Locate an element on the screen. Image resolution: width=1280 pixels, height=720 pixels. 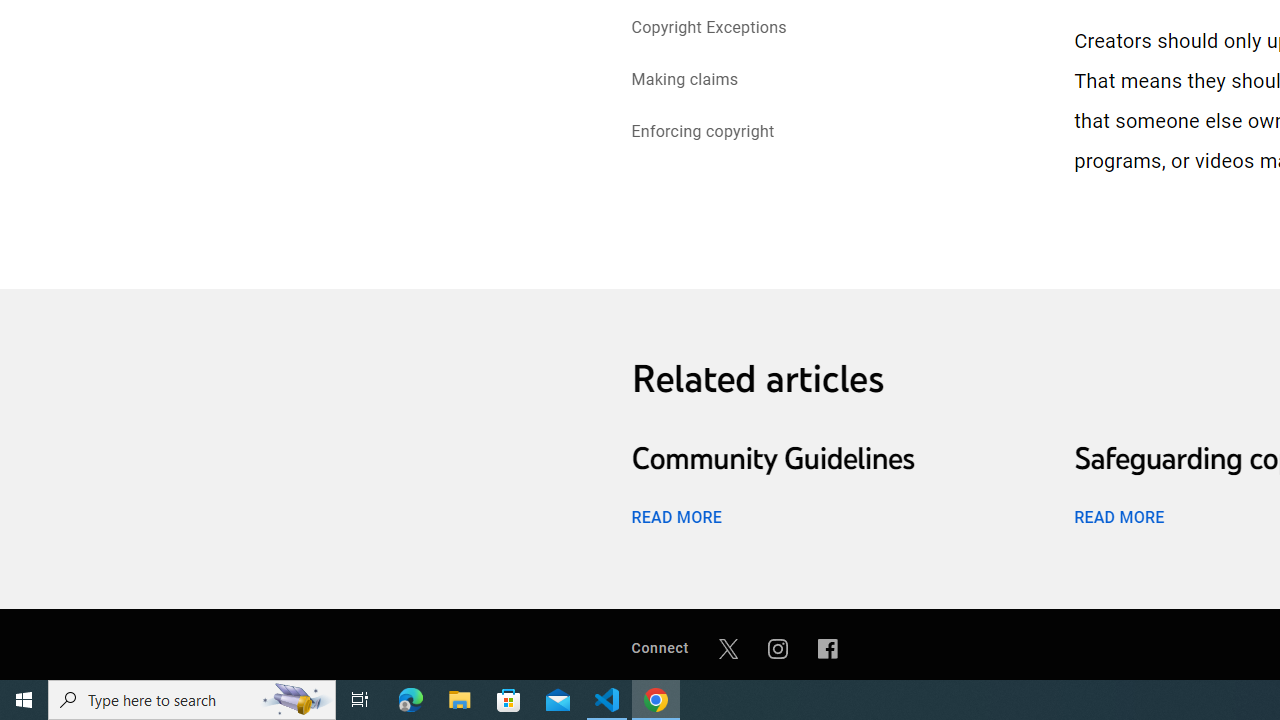
'Twitter' is located at coordinates (727, 648).